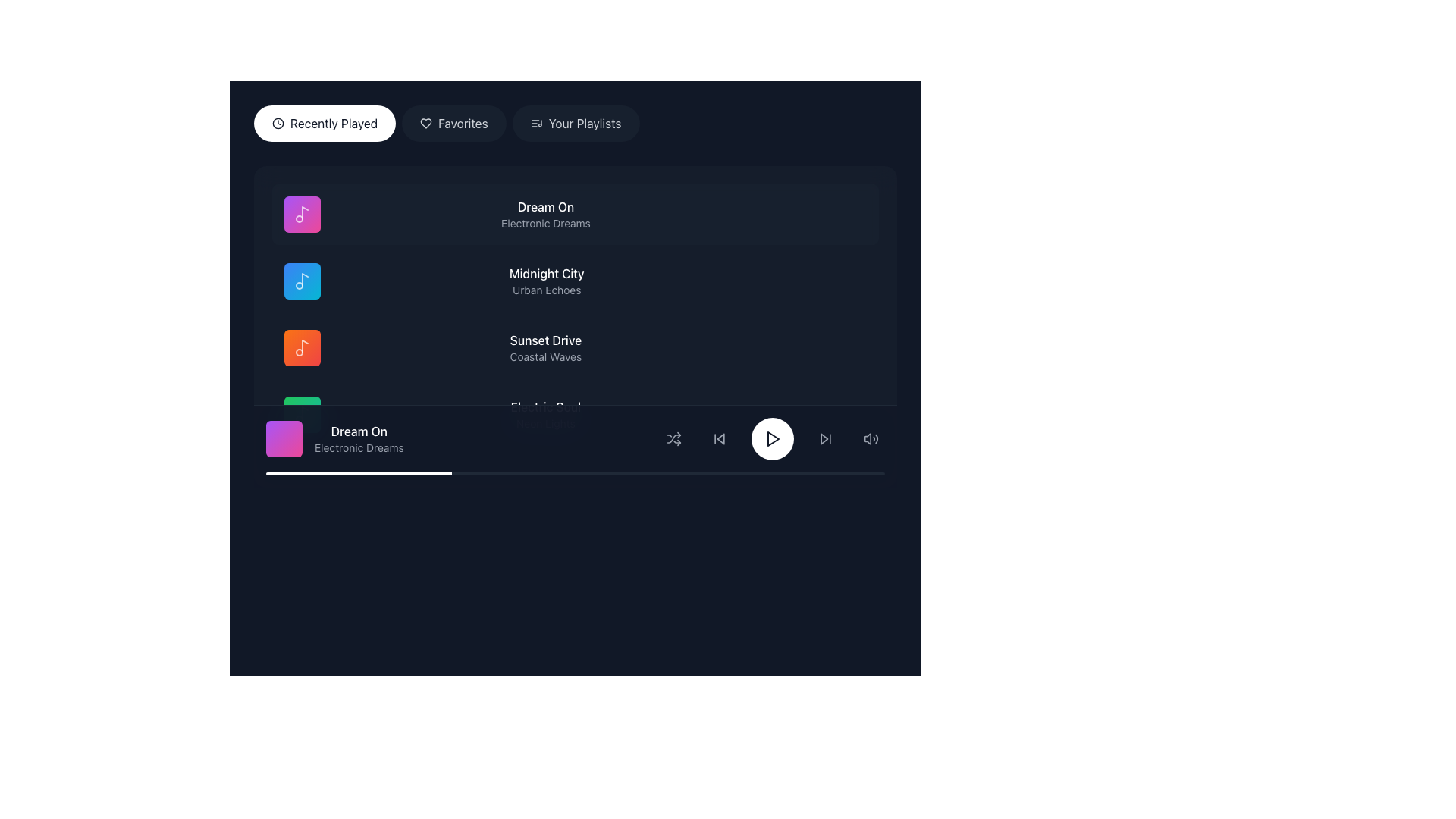 This screenshot has height=819, width=1456. Describe the element at coordinates (574, 281) in the screenshot. I see `the list item containing the title 'Midnight City' and subtitle 'Urban Echoes', which is the second item in the music list` at that location.